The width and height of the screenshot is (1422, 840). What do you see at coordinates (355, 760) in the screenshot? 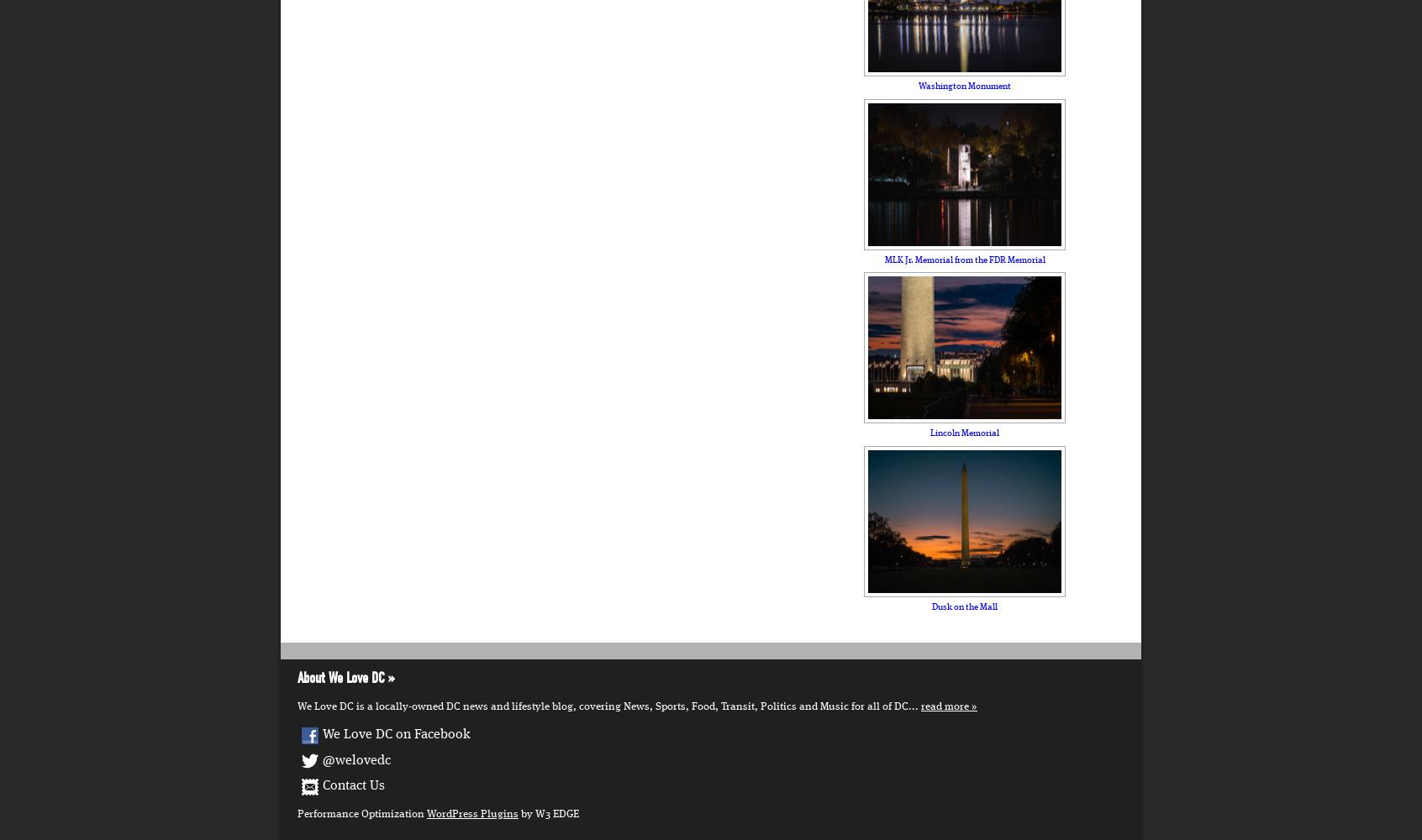
I see `'@welovedc'` at bounding box center [355, 760].